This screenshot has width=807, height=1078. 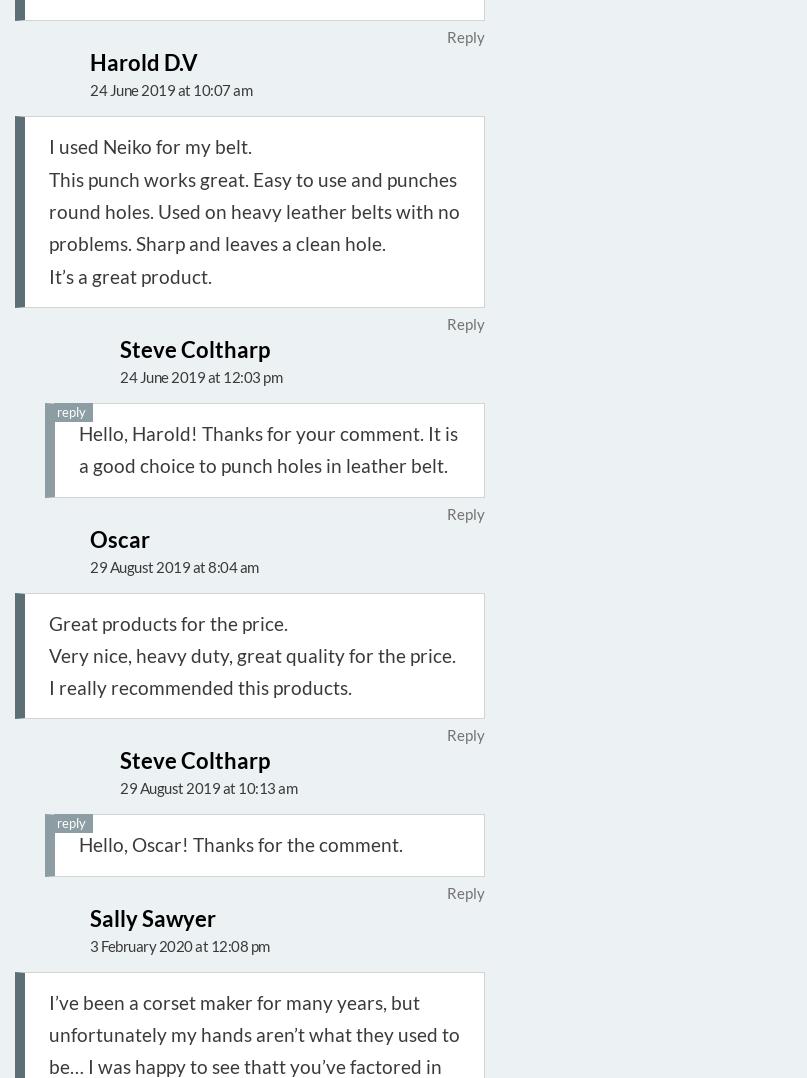 I want to click on 'I used Neiko for my belt.', so click(x=149, y=146).